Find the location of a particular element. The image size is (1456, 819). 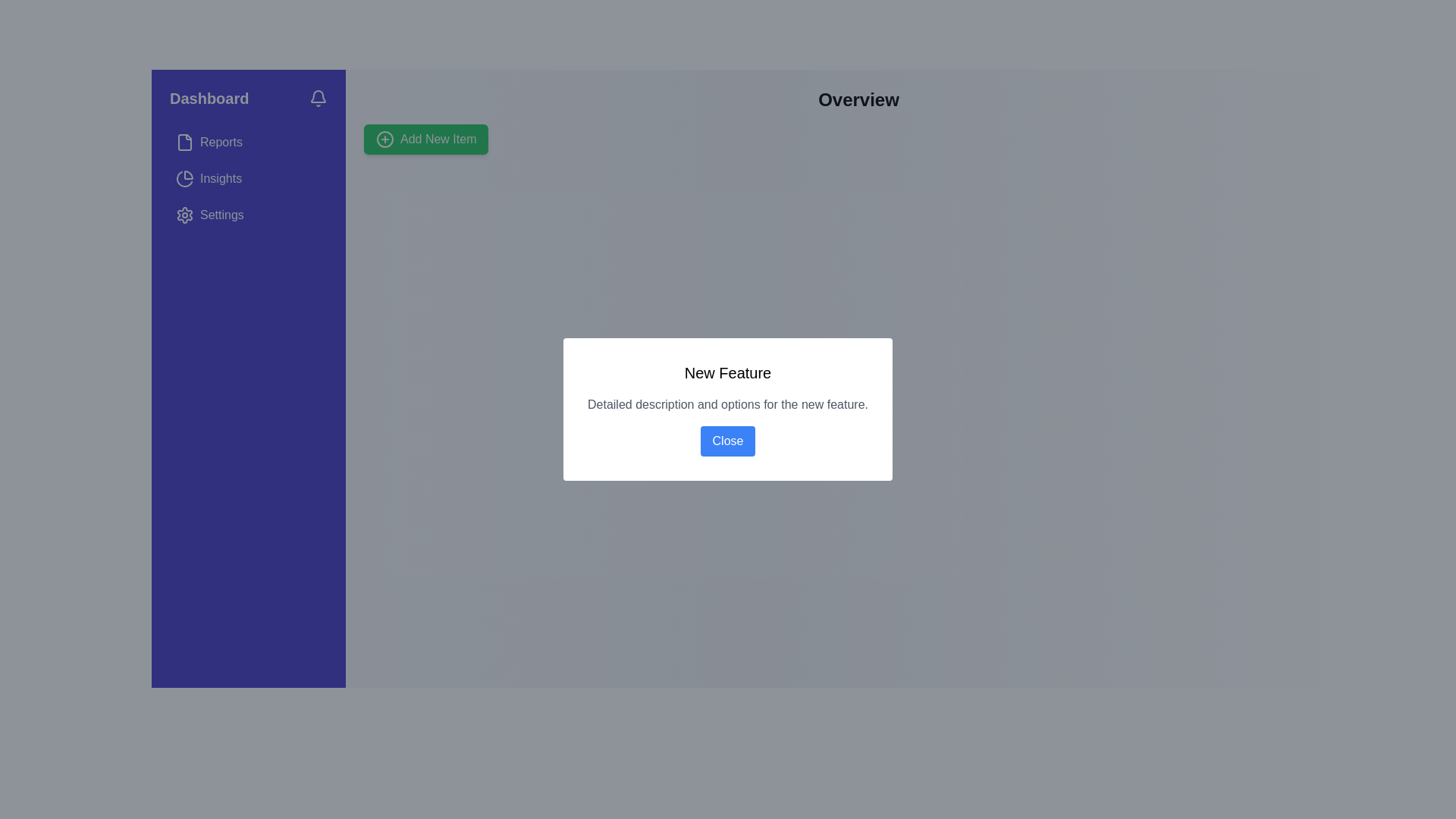

the SVG-based icon for accessing settings located in the sidebar menu, positioned below 'Reports' and aligned with the 'Settings' label is located at coordinates (184, 215).